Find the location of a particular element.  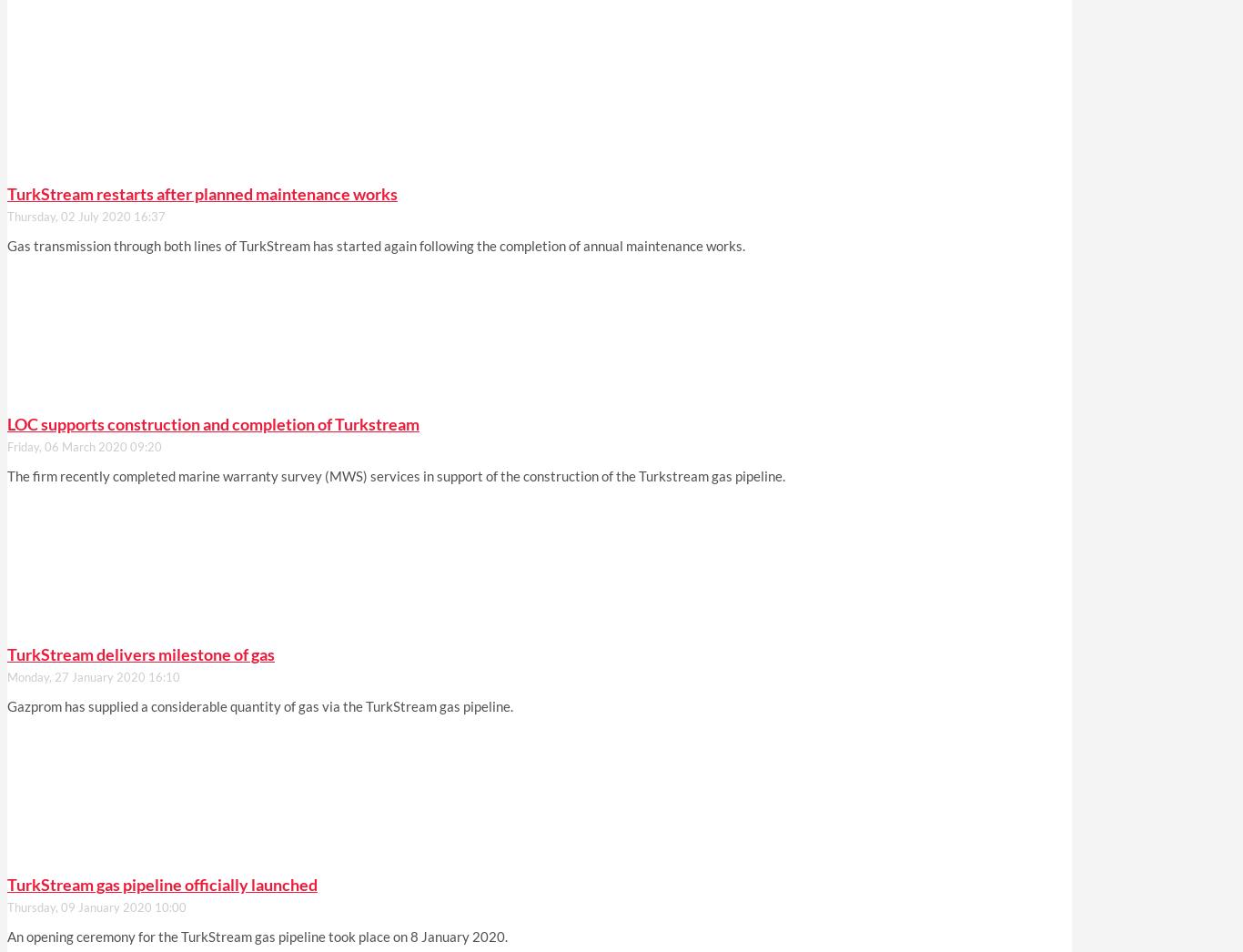

'An opening ceremony for the TurkStream gas pipeline took place on 8 January 2020.' is located at coordinates (258, 936).